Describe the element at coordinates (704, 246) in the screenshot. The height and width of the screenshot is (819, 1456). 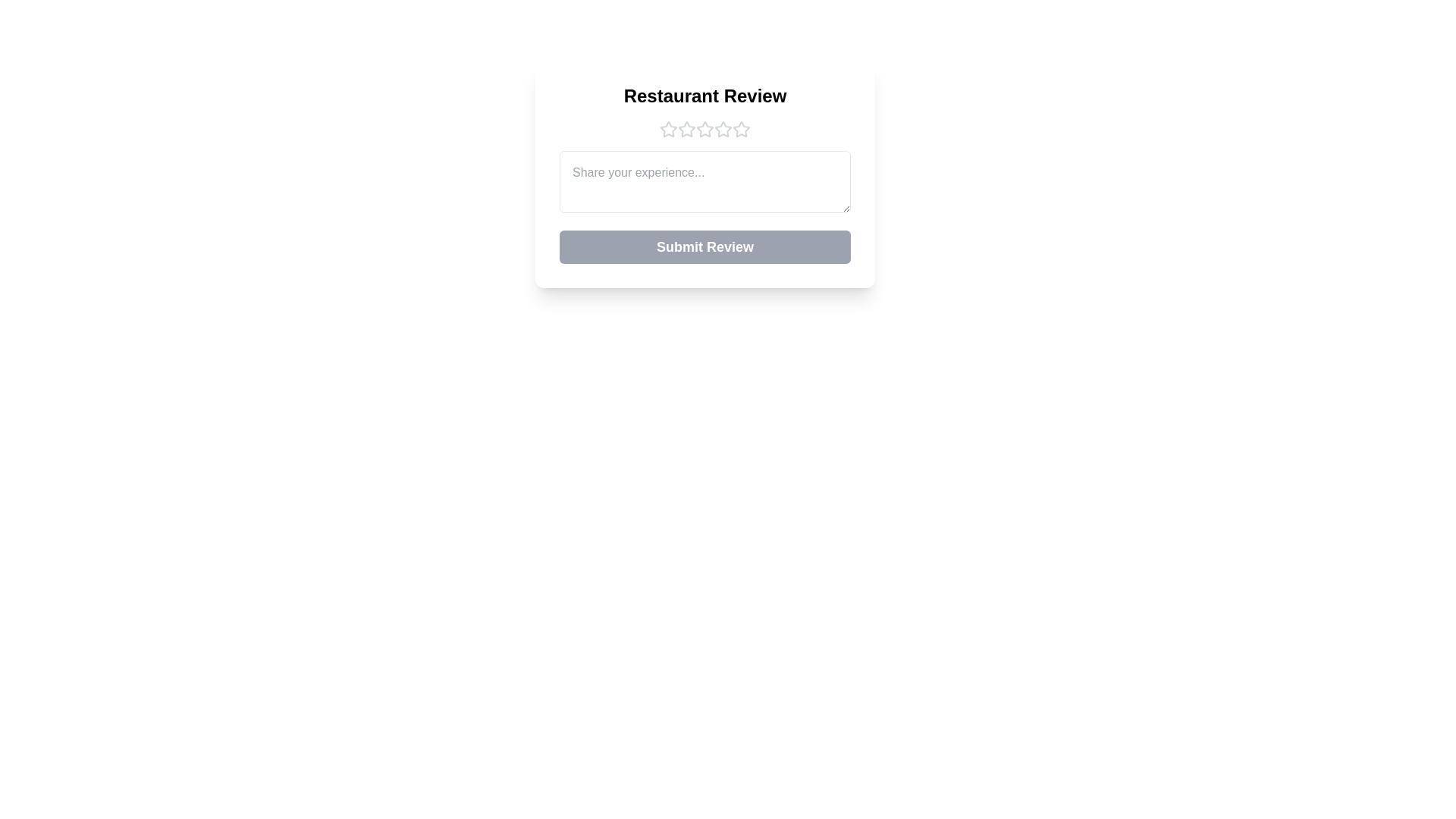
I see `'Submit Review' button to submit the review` at that location.